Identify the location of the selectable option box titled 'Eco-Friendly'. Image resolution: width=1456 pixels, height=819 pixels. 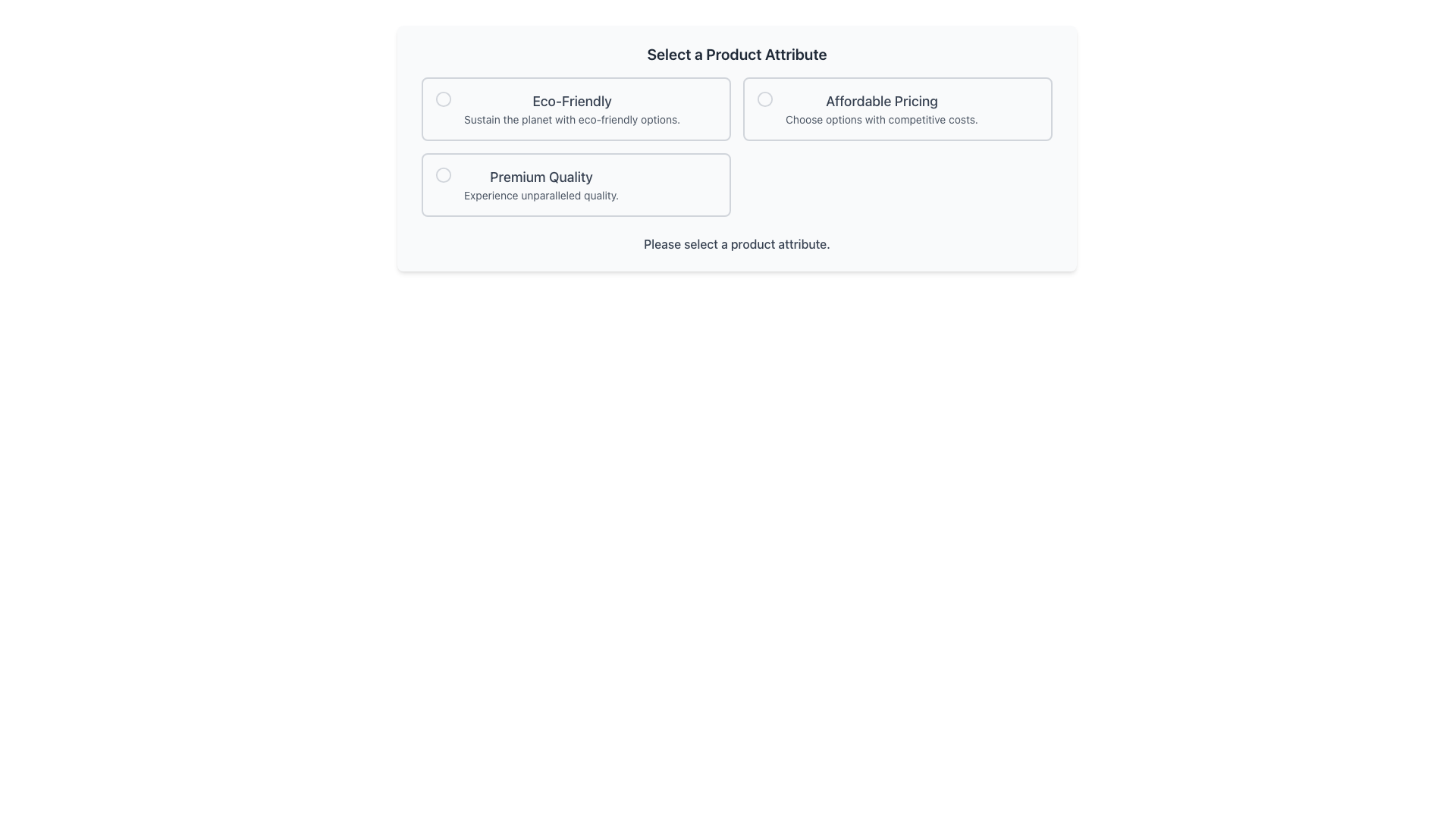
(575, 108).